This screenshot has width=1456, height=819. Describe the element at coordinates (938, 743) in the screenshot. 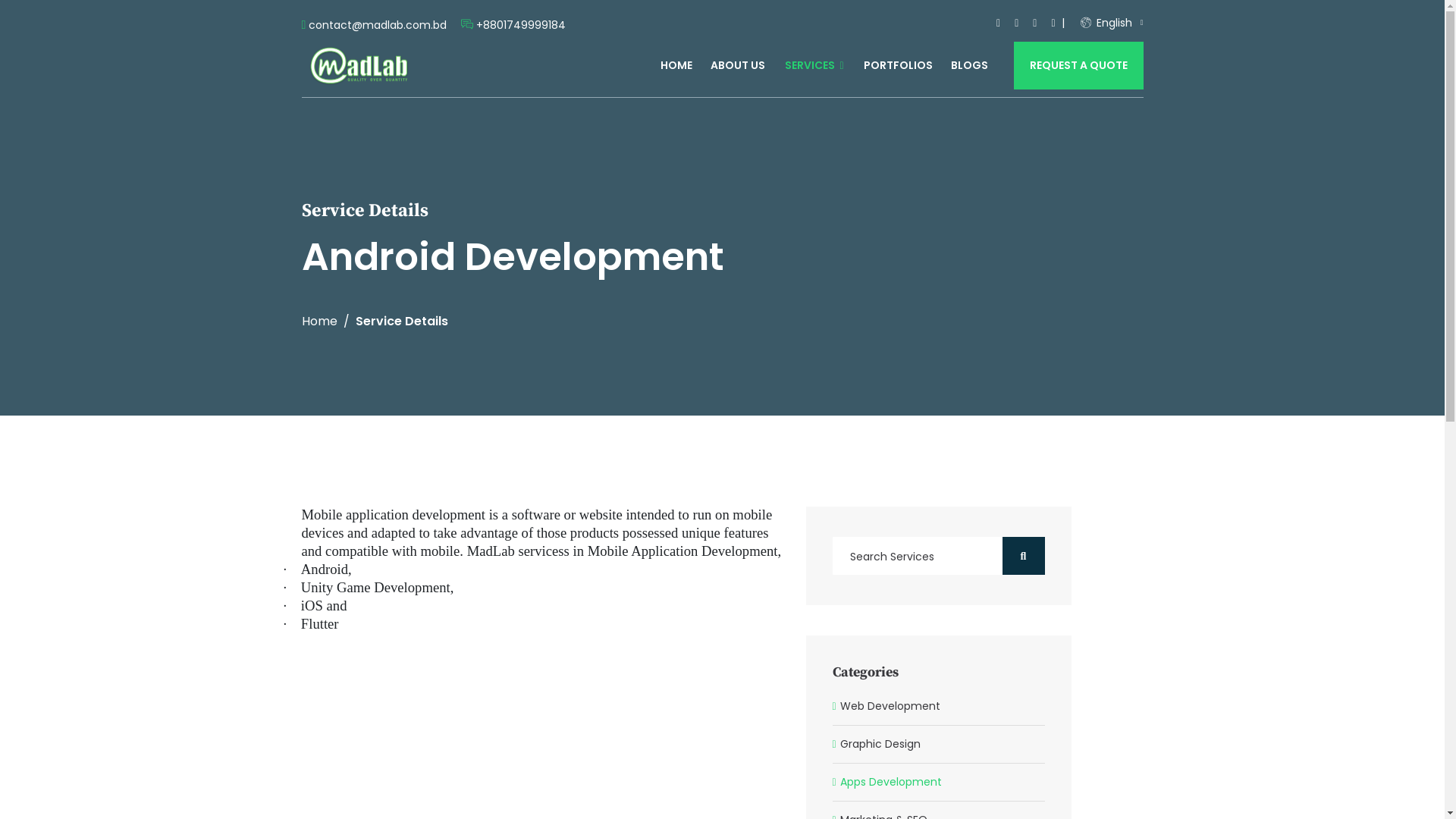

I see `'Graphic Design'` at that location.